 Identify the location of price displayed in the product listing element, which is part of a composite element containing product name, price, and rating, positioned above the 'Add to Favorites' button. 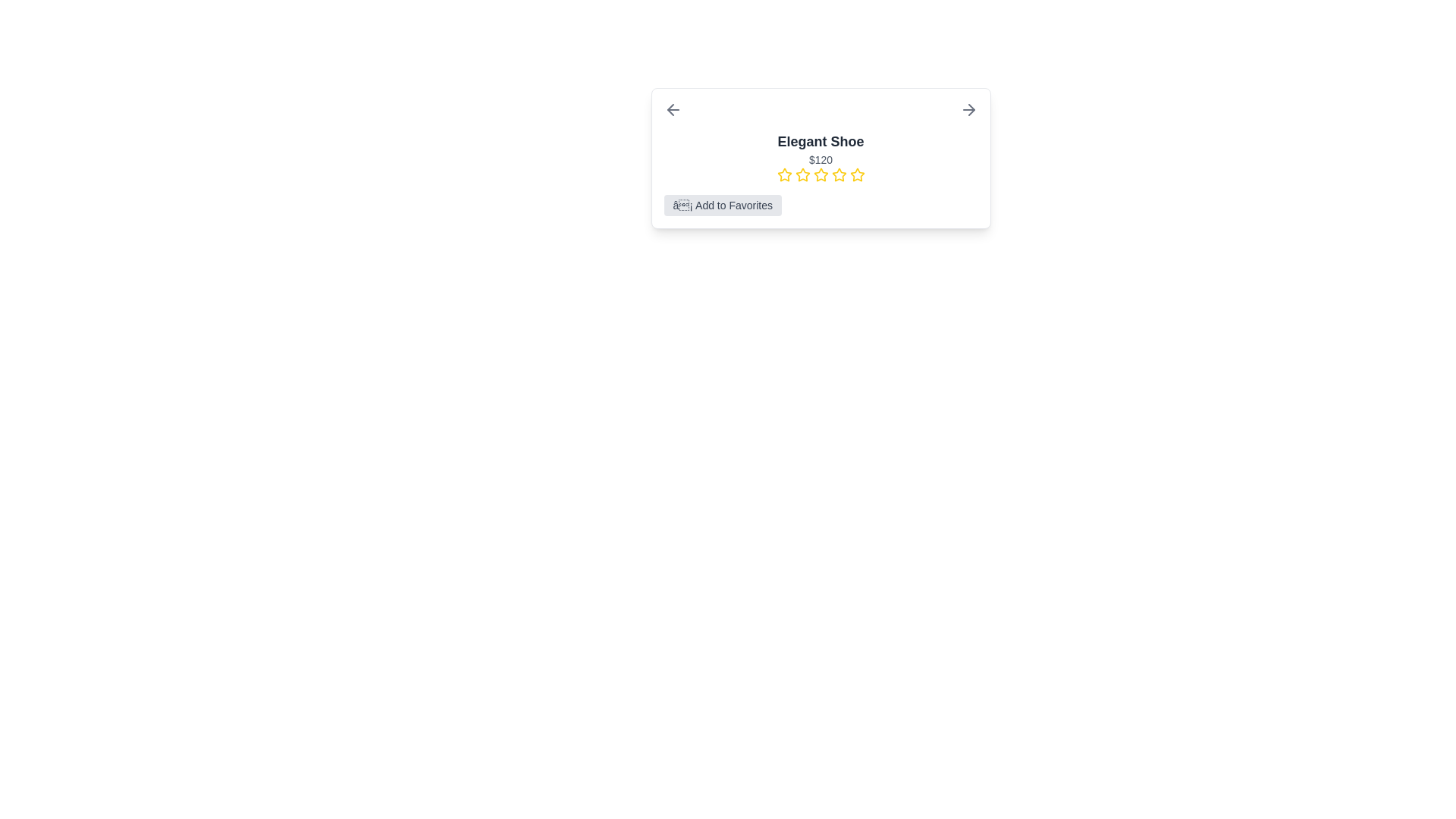
(820, 157).